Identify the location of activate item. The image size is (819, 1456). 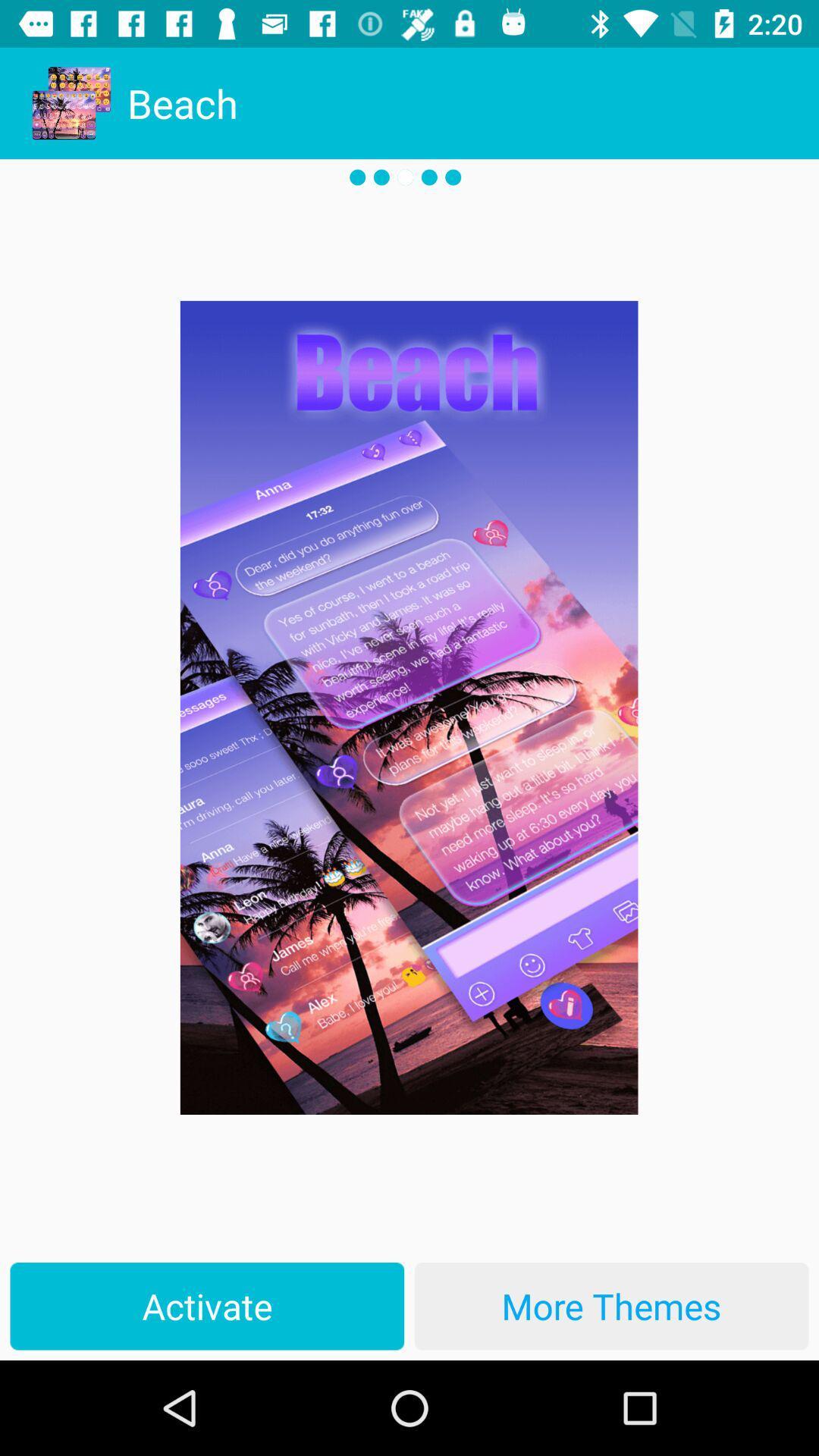
(207, 1305).